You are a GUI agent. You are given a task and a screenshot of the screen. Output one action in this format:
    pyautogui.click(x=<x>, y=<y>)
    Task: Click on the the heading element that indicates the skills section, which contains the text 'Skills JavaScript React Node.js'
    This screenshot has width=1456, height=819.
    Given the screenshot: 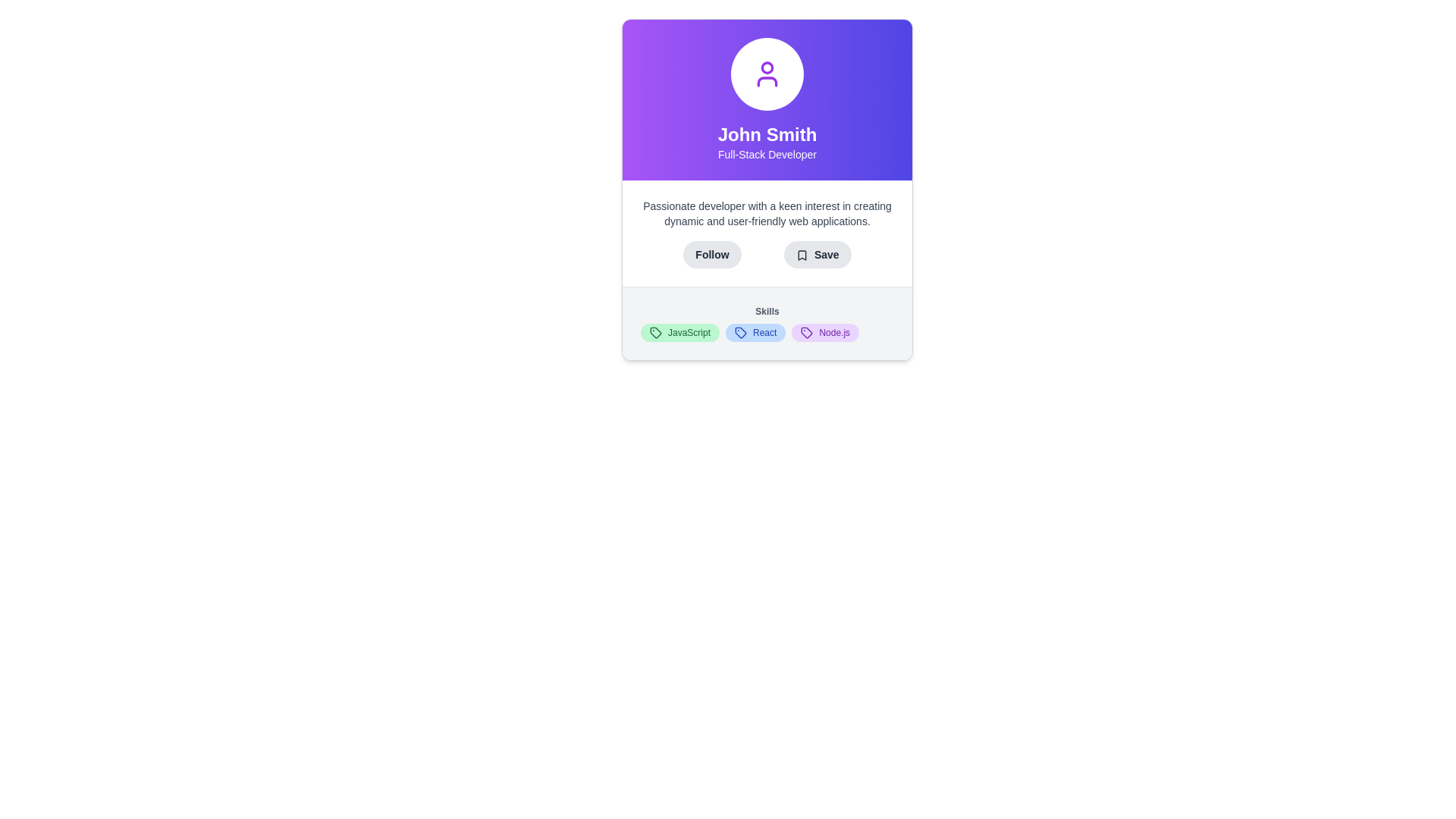 What is the action you would take?
    pyautogui.click(x=767, y=311)
    